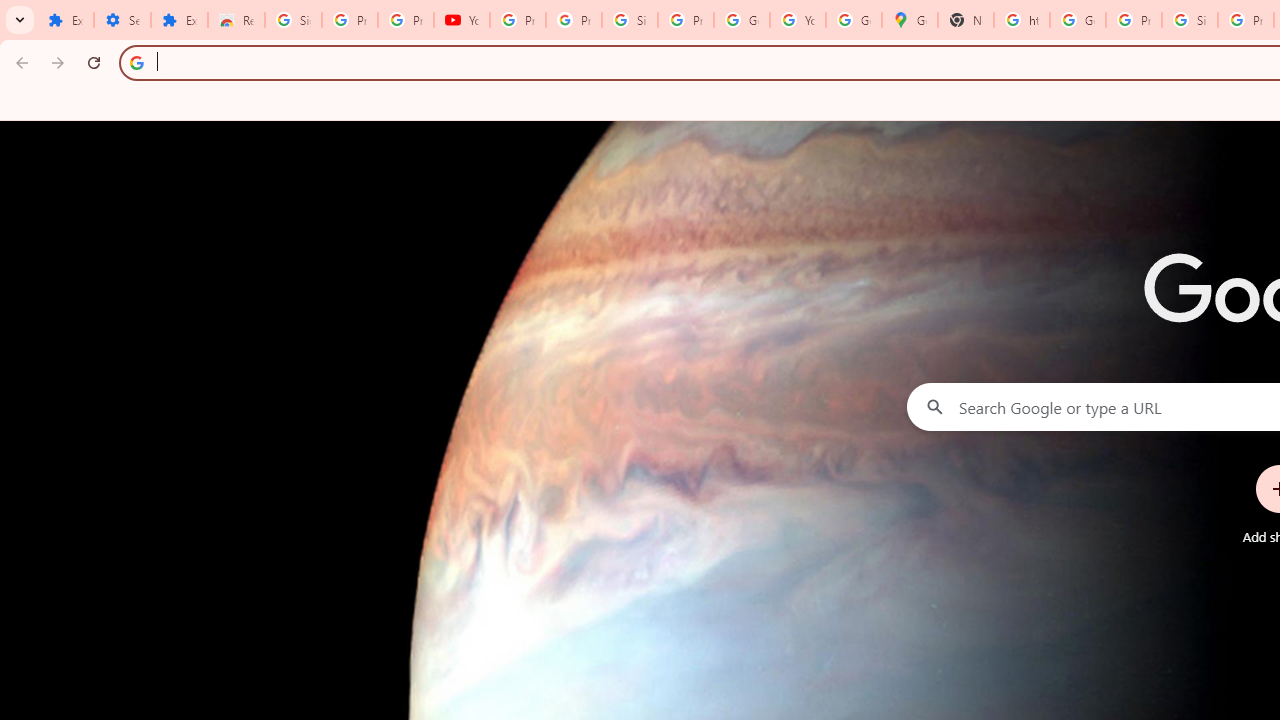  I want to click on 'Extensions', so click(65, 20).